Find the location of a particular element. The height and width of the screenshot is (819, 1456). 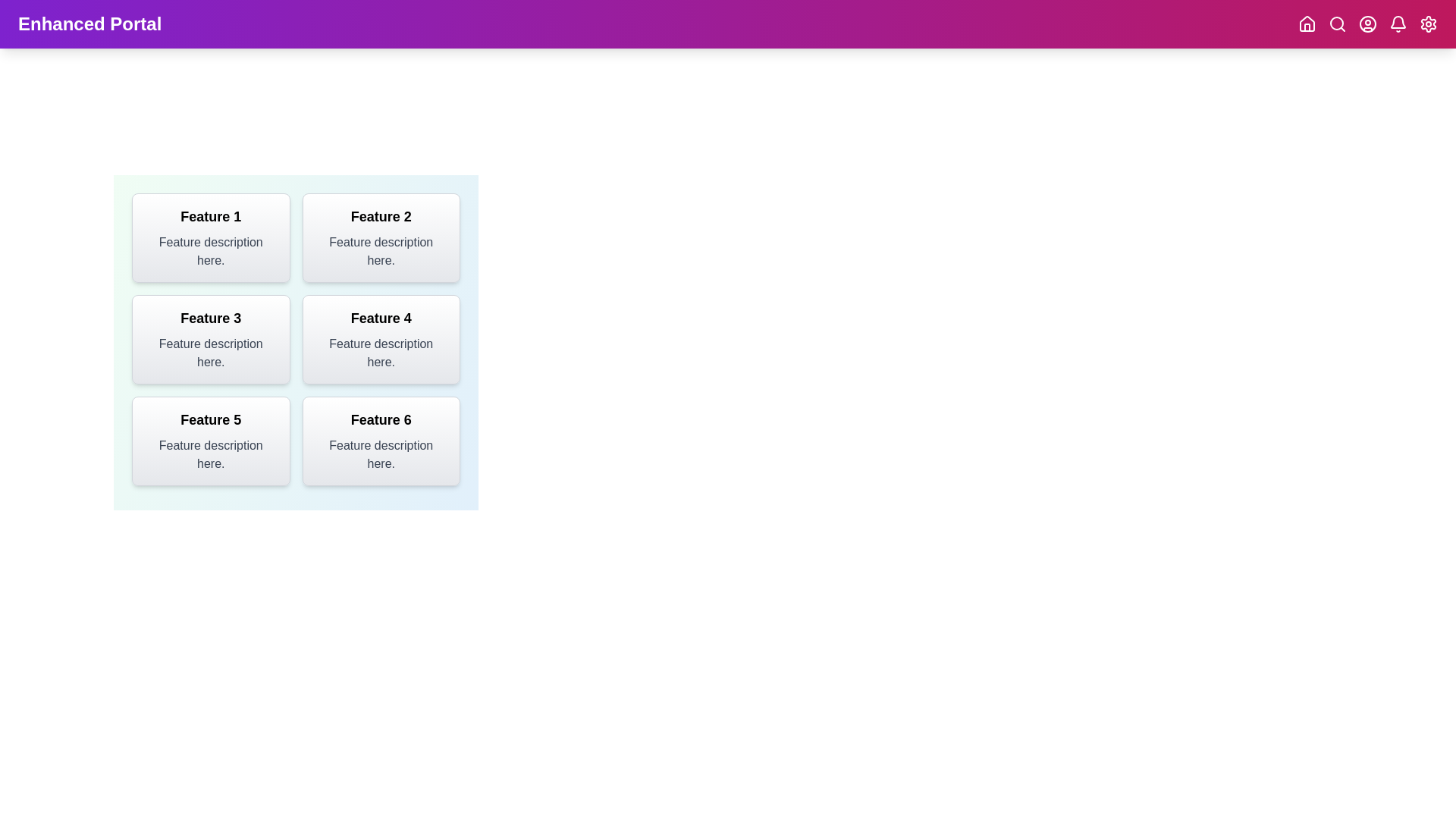

the navigation icon home to see its hover effect is located at coordinates (1306, 24).